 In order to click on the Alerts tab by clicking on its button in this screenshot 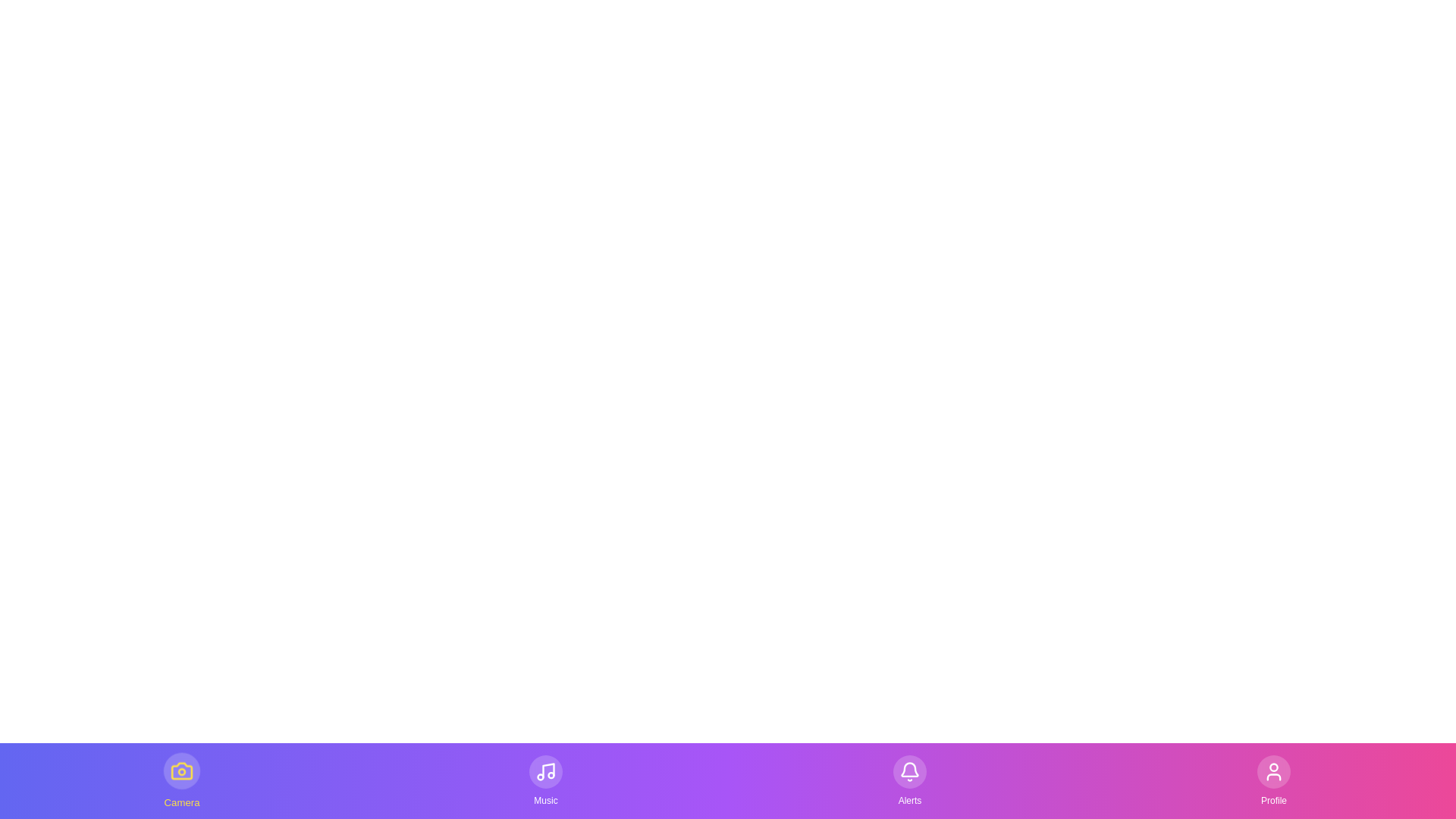, I will do `click(910, 780)`.